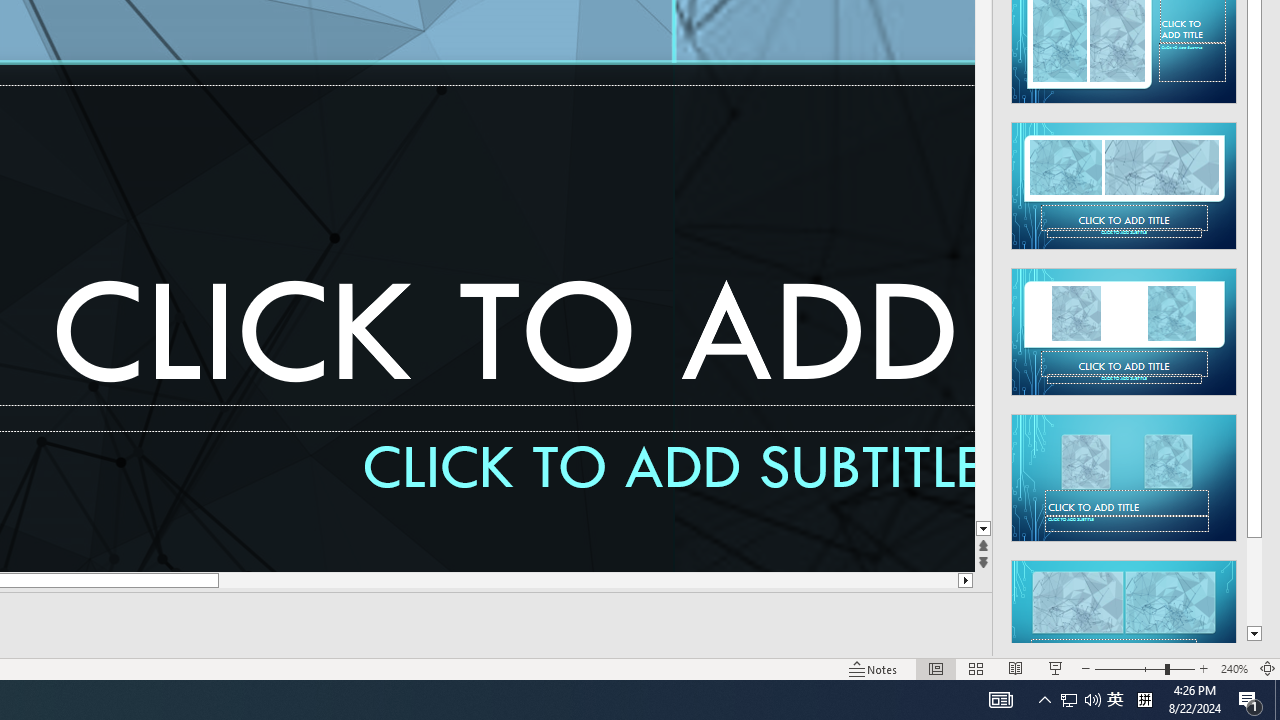 This screenshot has width=1280, height=720. I want to click on 'Zoom 240%', so click(1233, 669).